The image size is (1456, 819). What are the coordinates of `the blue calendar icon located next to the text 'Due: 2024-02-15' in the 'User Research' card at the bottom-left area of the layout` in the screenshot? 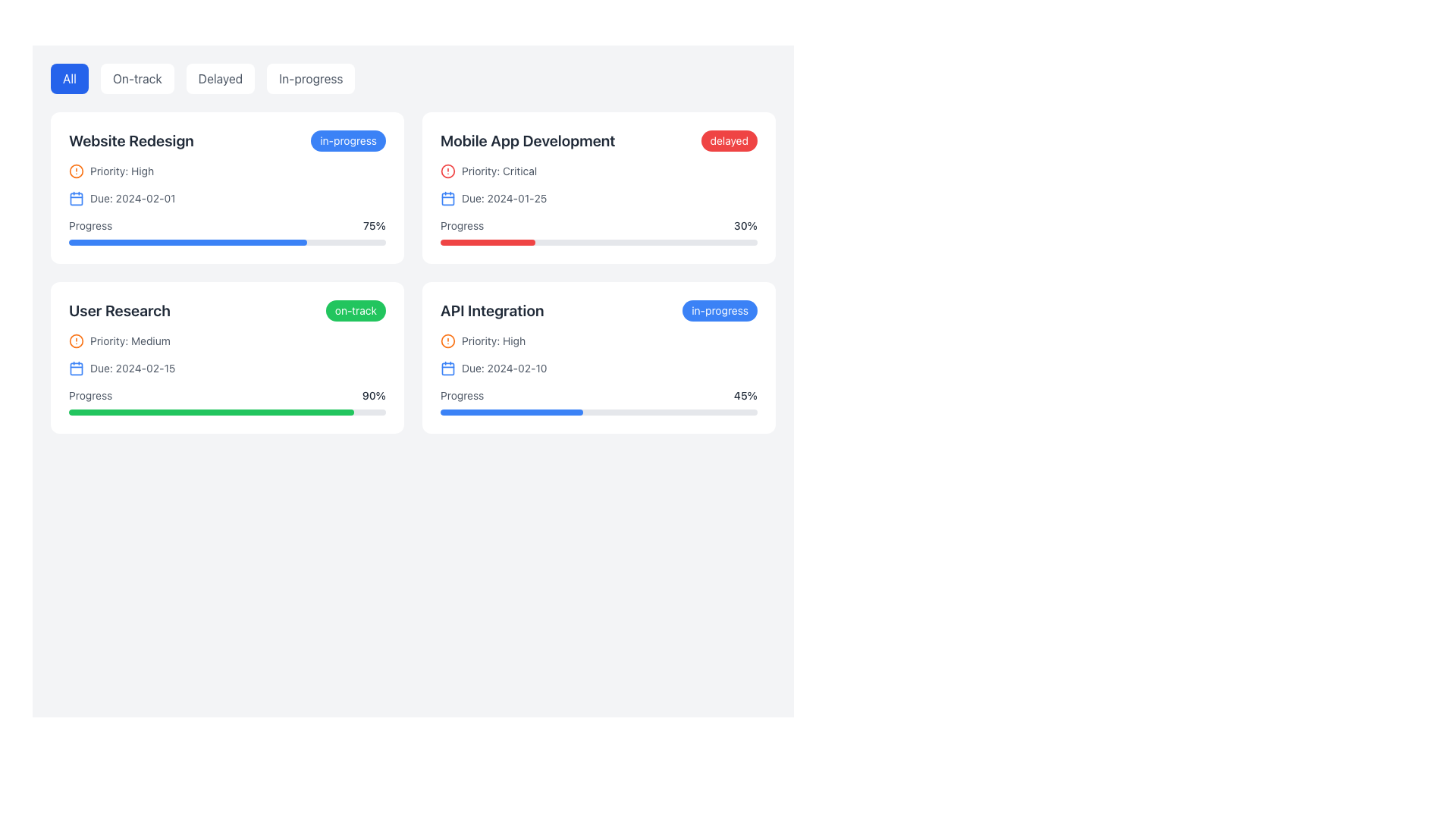 It's located at (75, 369).